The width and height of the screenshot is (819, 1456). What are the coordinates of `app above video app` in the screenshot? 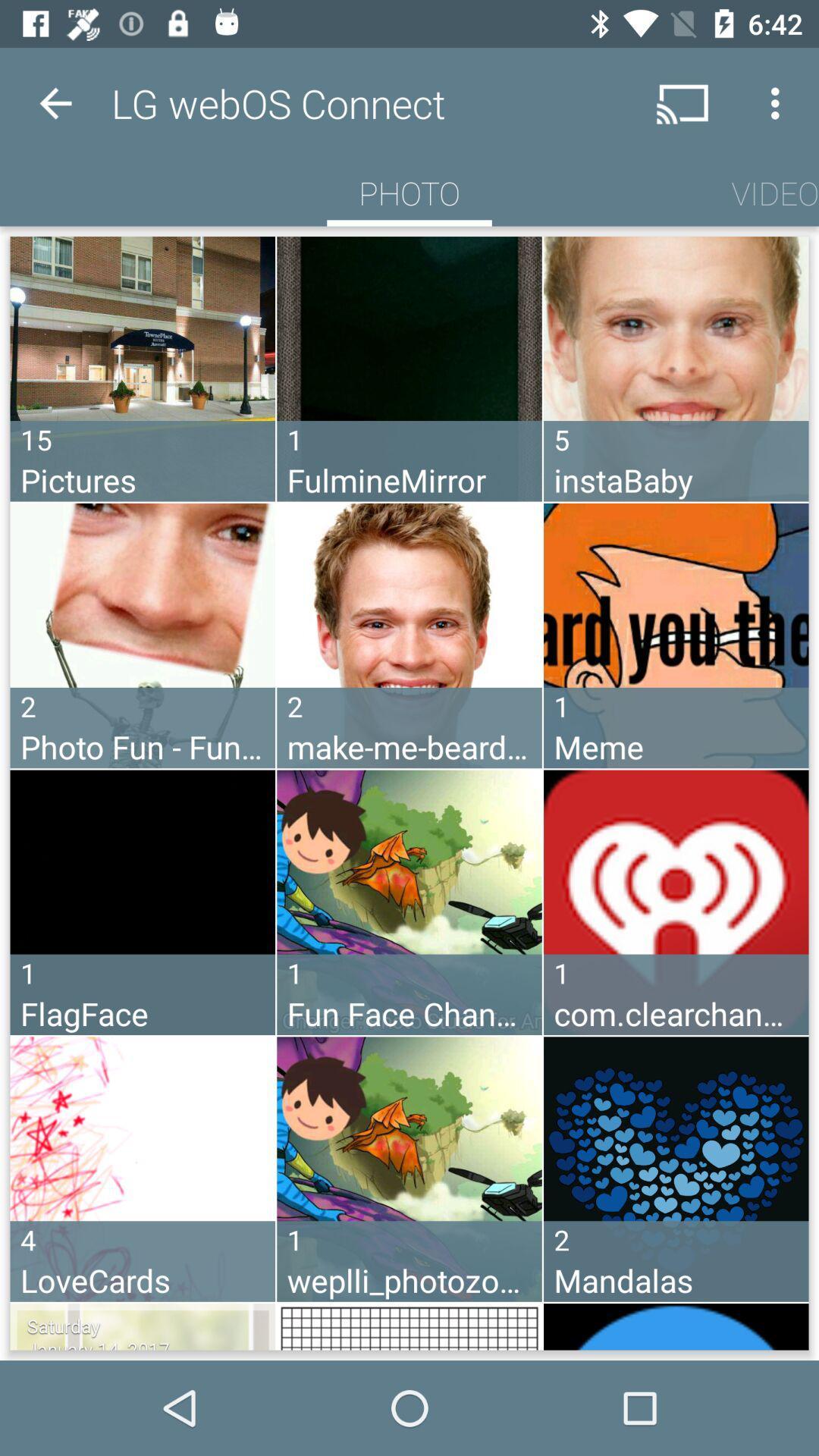 It's located at (779, 102).